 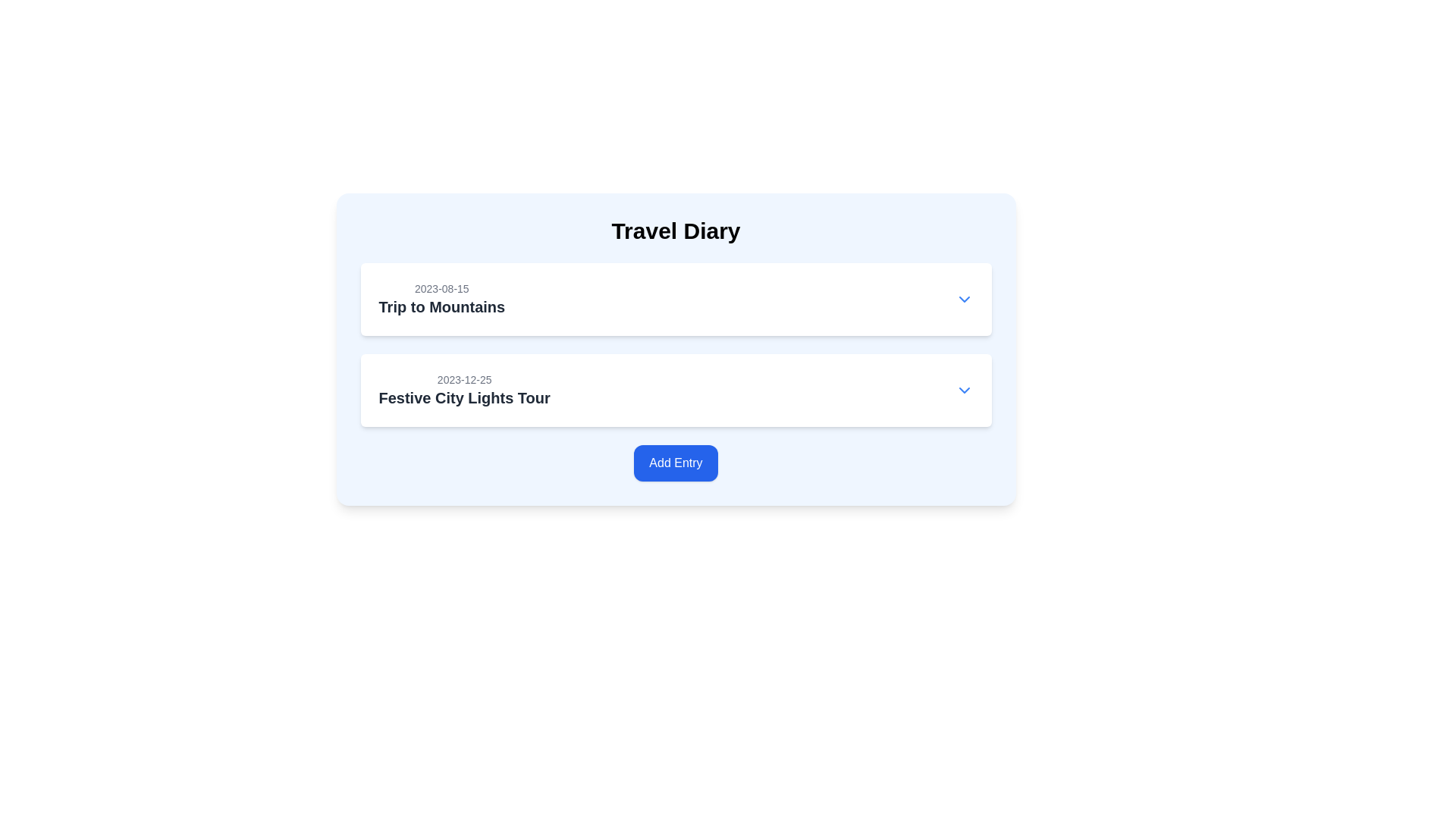 I want to click on the travel diary entry that displays the event name and date, which includes a dropdown arrow for interaction options, so click(x=675, y=390).